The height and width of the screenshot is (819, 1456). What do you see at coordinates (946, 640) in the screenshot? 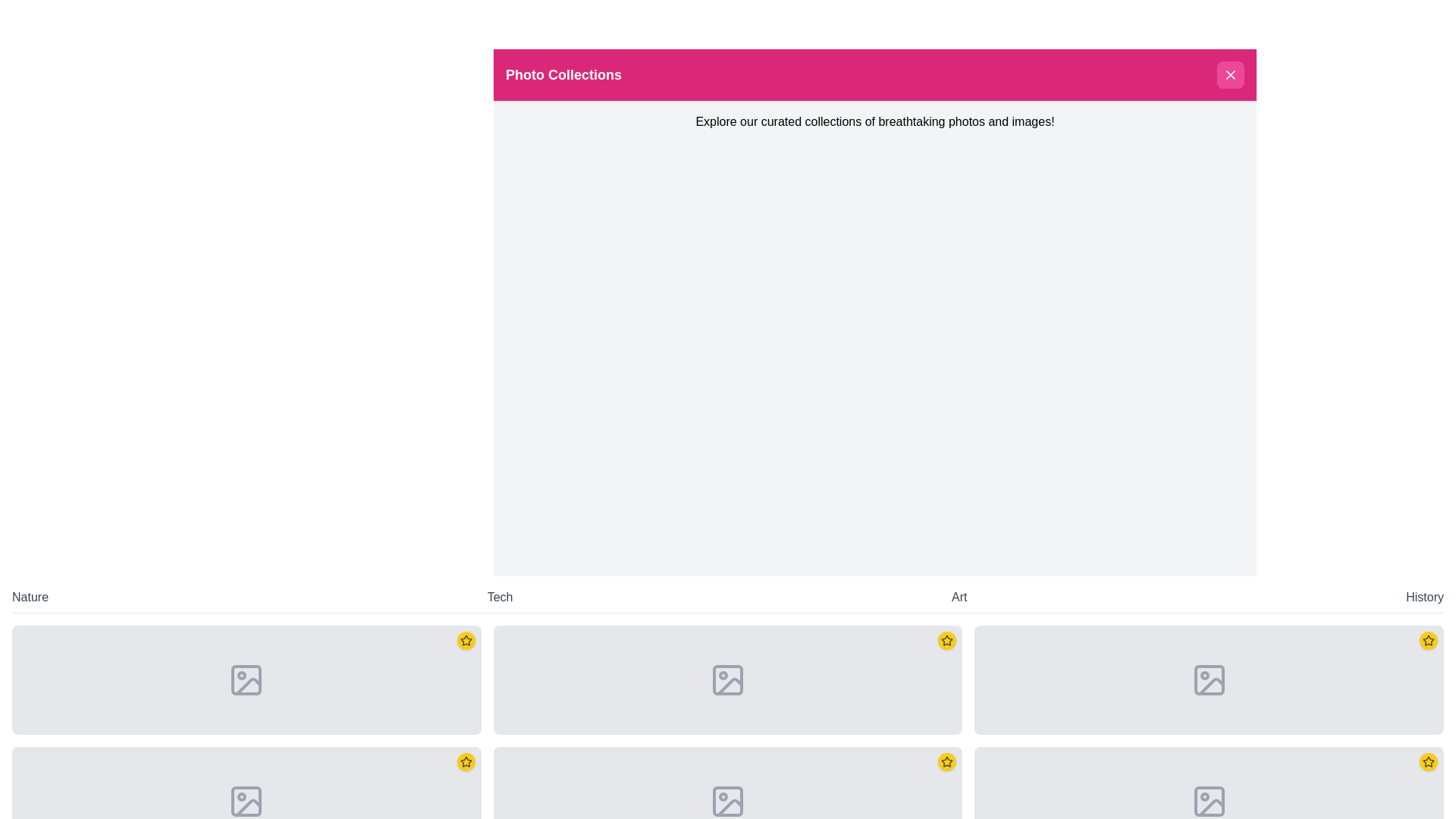
I see `the star-shaped button with a yellow background at the top-right corner of the card under the 'Art' category` at bounding box center [946, 640].